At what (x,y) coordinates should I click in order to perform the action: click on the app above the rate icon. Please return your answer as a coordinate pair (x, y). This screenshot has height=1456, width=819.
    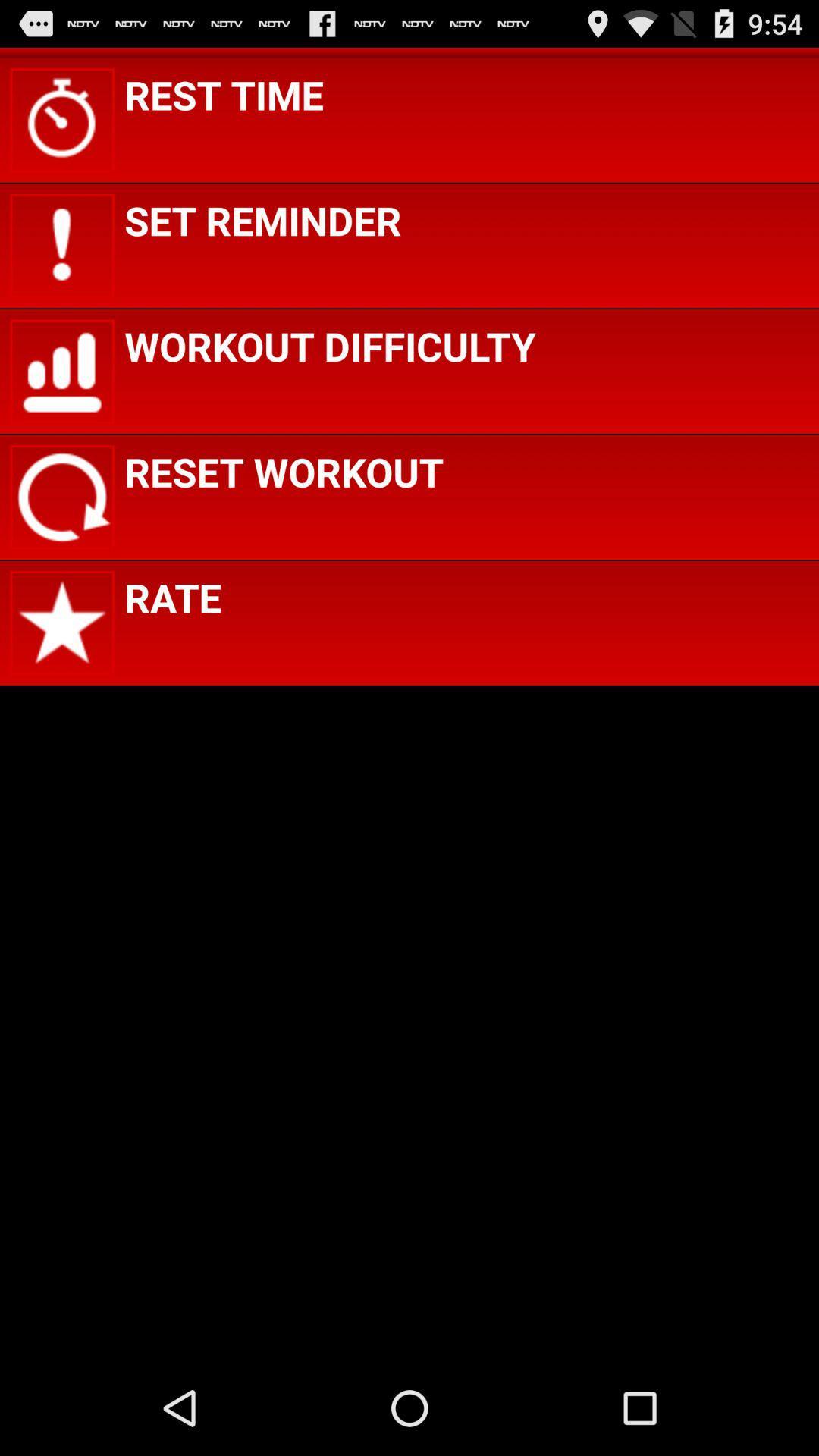
    Looking at the image, I should click on (284, 471).